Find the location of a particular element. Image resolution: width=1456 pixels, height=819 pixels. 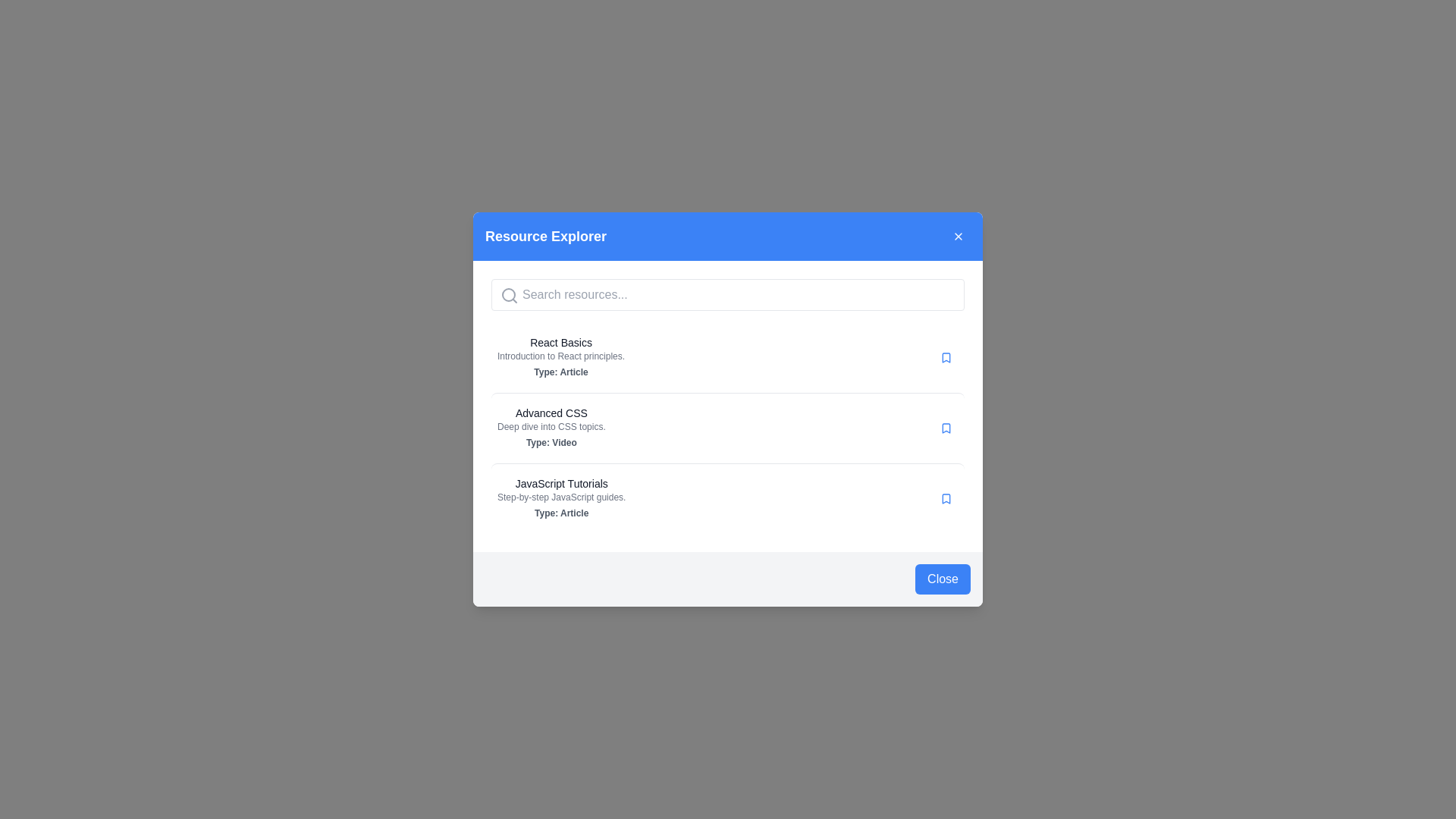

the text label displaying 'Advanced CSS', which is a bold, medium gray text positioned above the description 'Deep dive into CSS topics.' is located at coordinates (551, 413).